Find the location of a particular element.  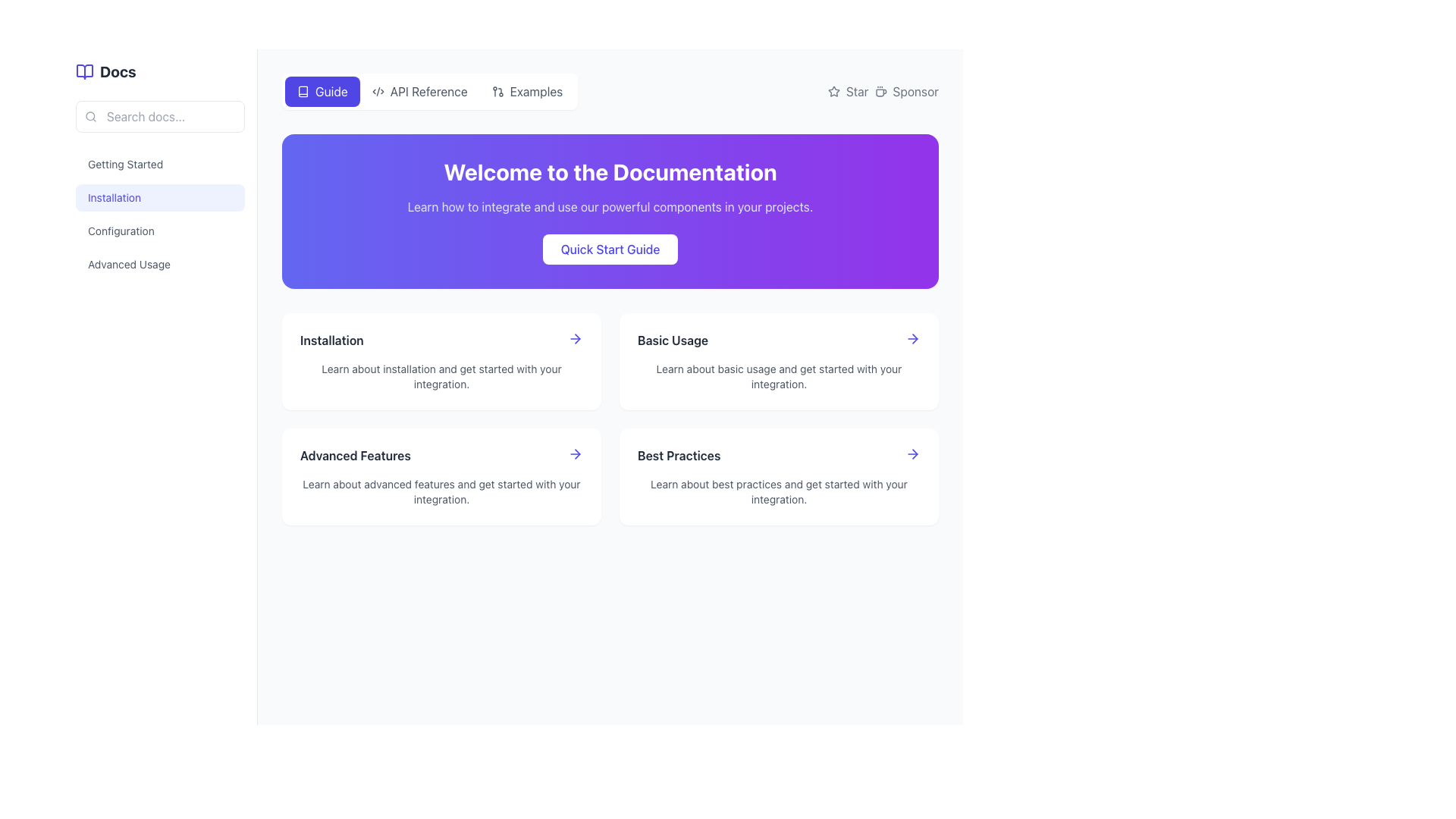

the small star-shaped icon with a dark gray outline located next to the text 'Star' in the top-right section of the page is located at coordinates (833, 91).